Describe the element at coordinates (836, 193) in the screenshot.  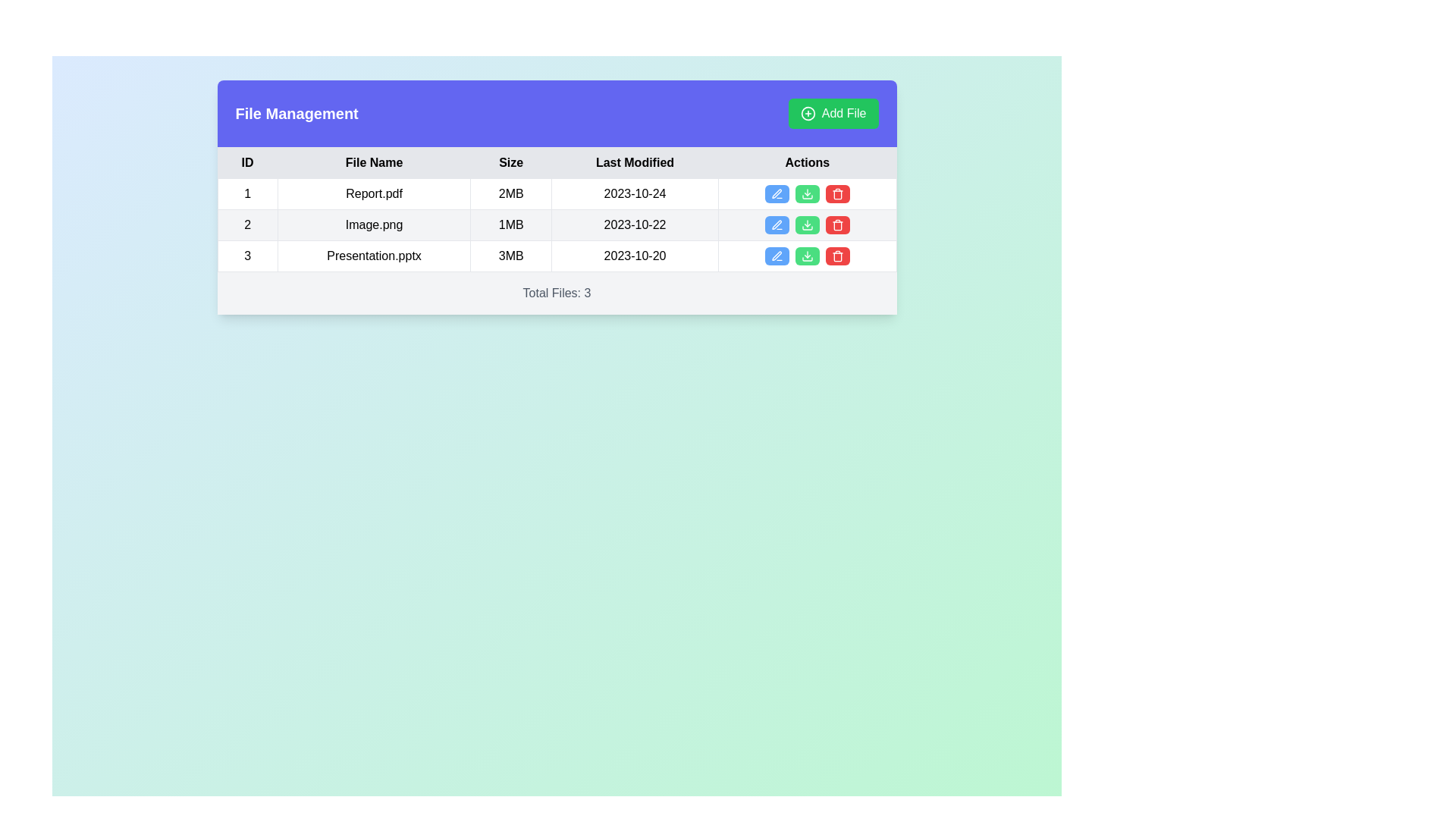
I see `the red trash can button located in the 'Actions' column of the table` at that location.